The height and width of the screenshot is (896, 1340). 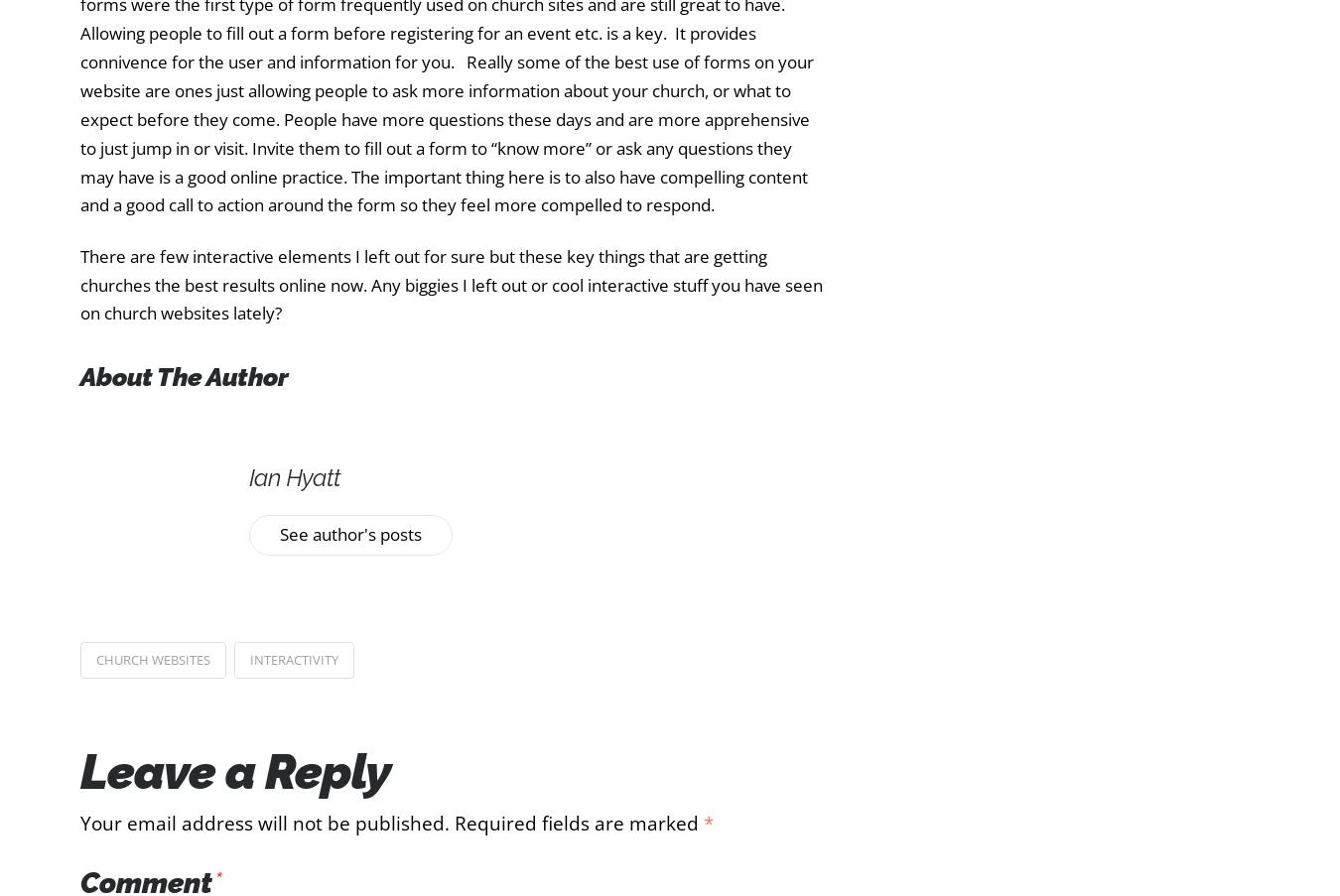 What do you see at coordinates (350, 532) in the screenshot?
I see `'See author's posts'` at bounding box center [350, 532].